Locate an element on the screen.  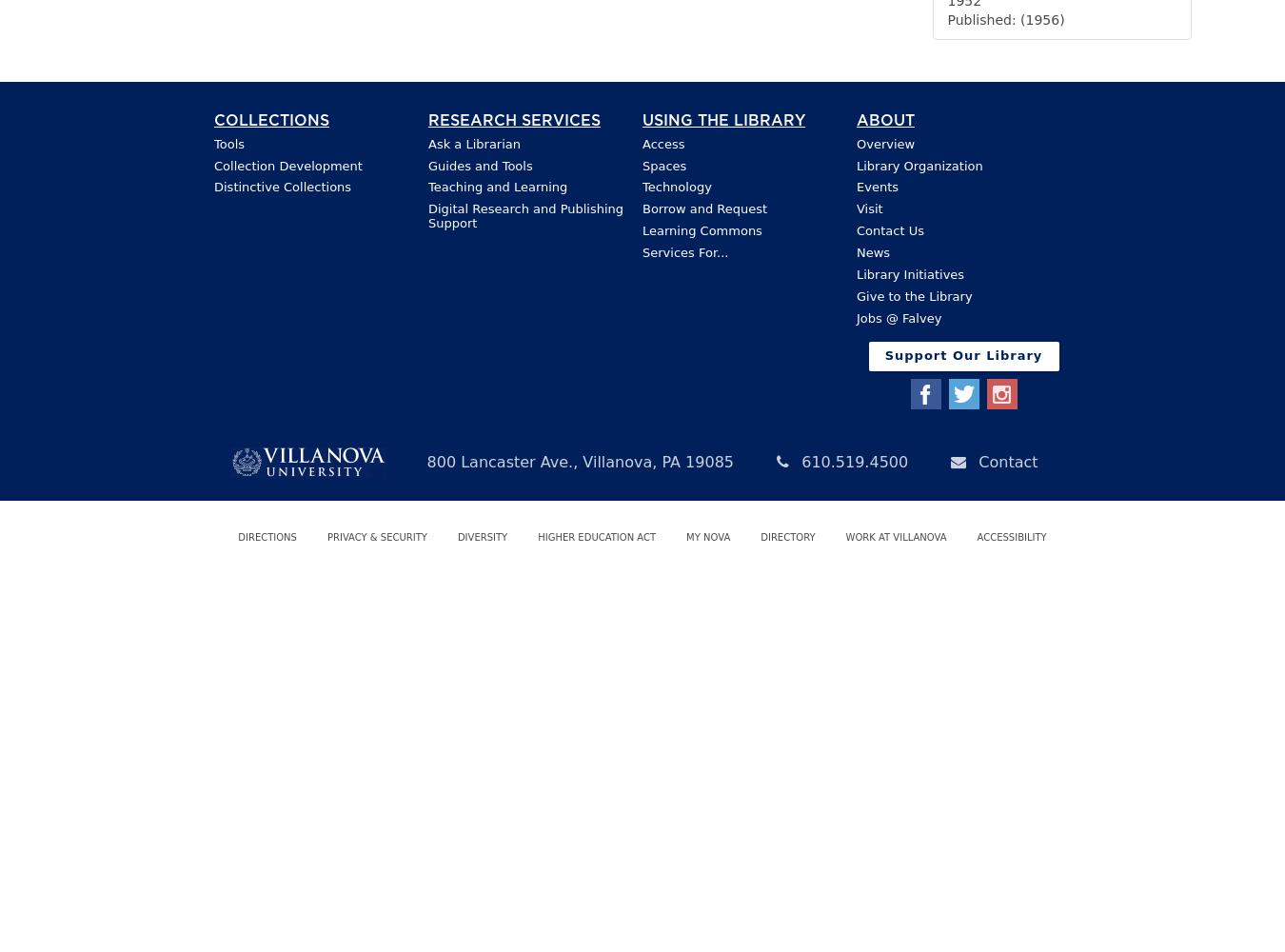
'News' is located at coordinates (872, 252).